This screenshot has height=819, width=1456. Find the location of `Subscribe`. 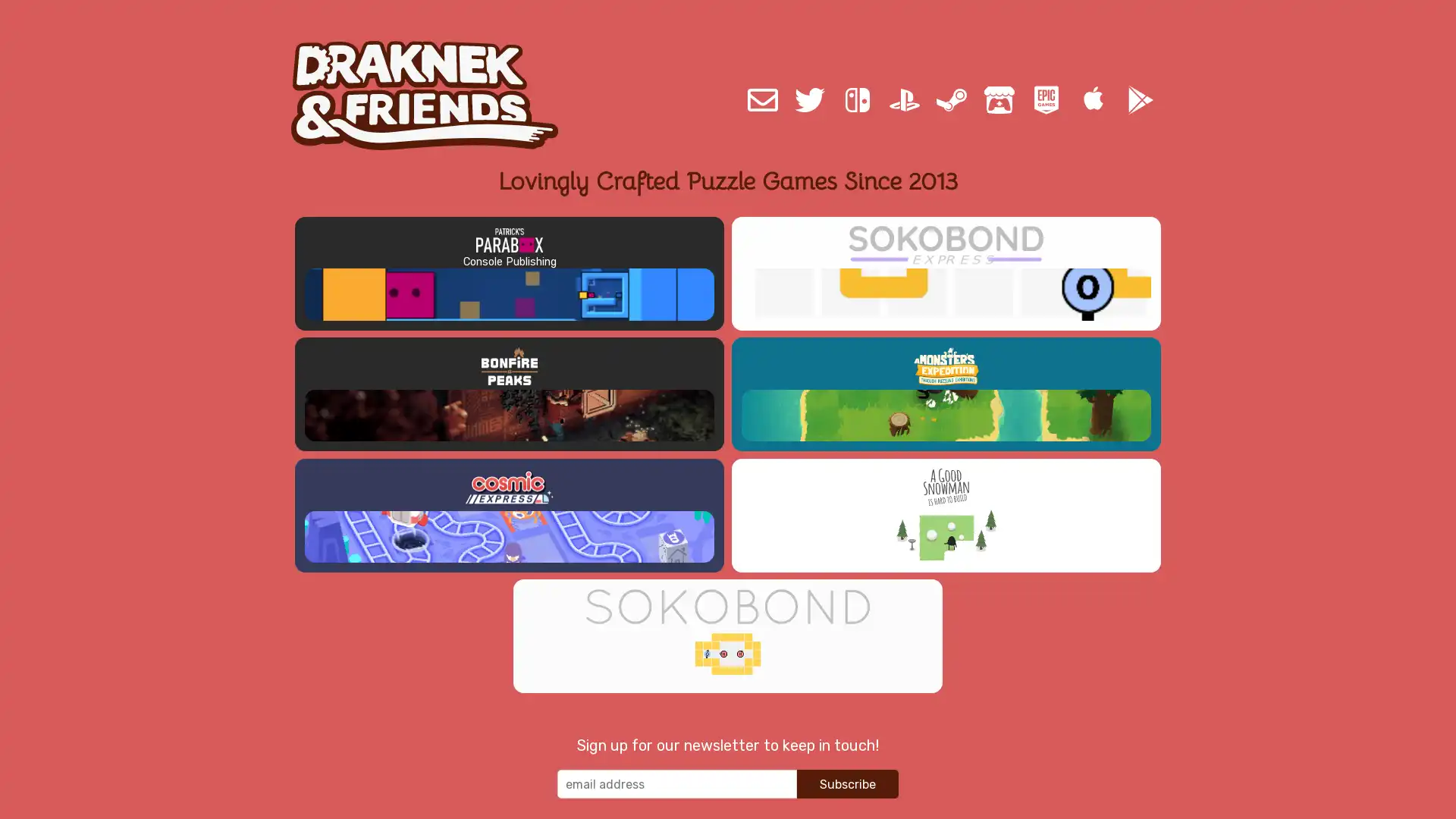

Subscribe is located at coordinates (847, 733).